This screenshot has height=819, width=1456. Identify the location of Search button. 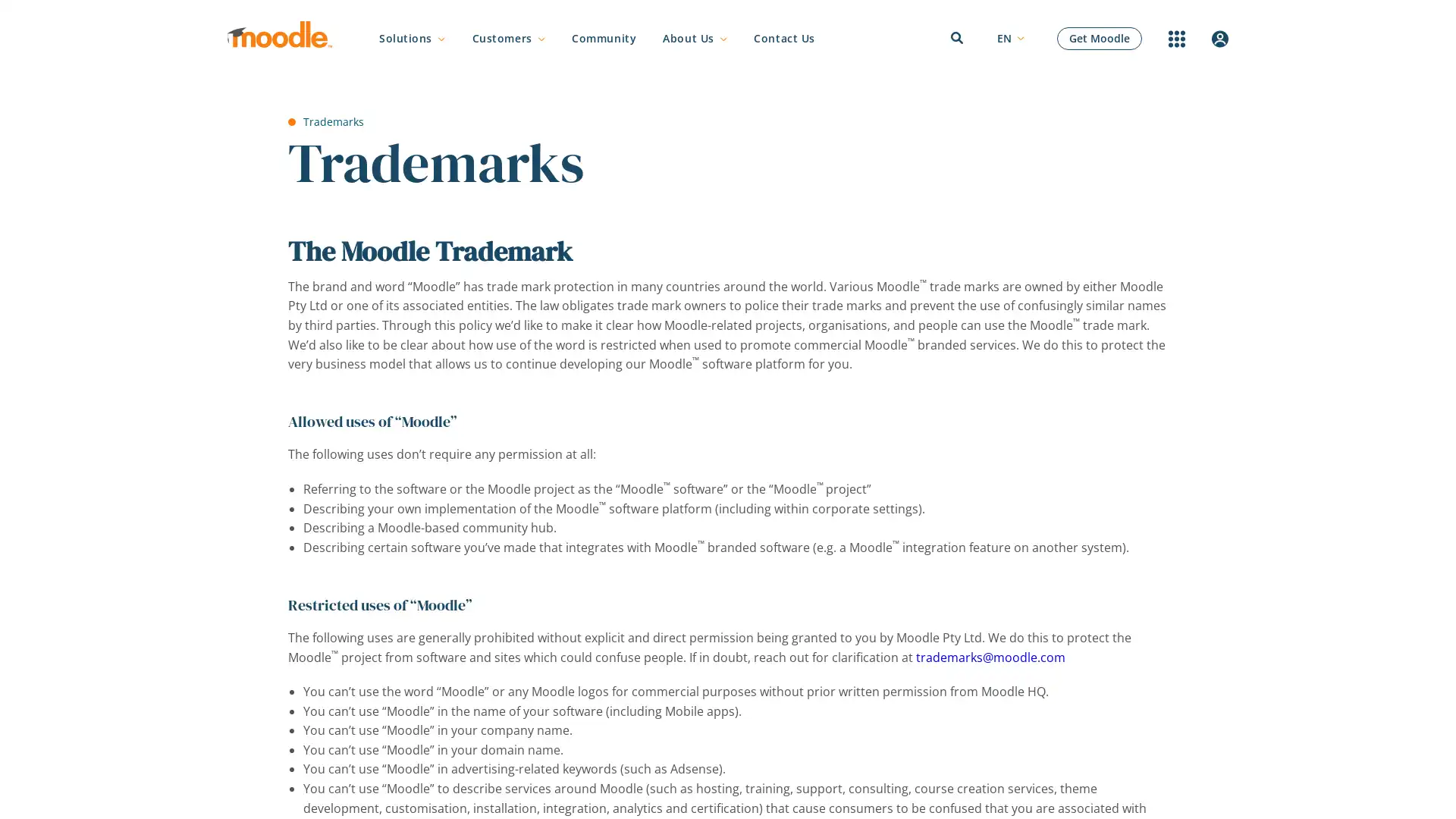
(1055, 412).